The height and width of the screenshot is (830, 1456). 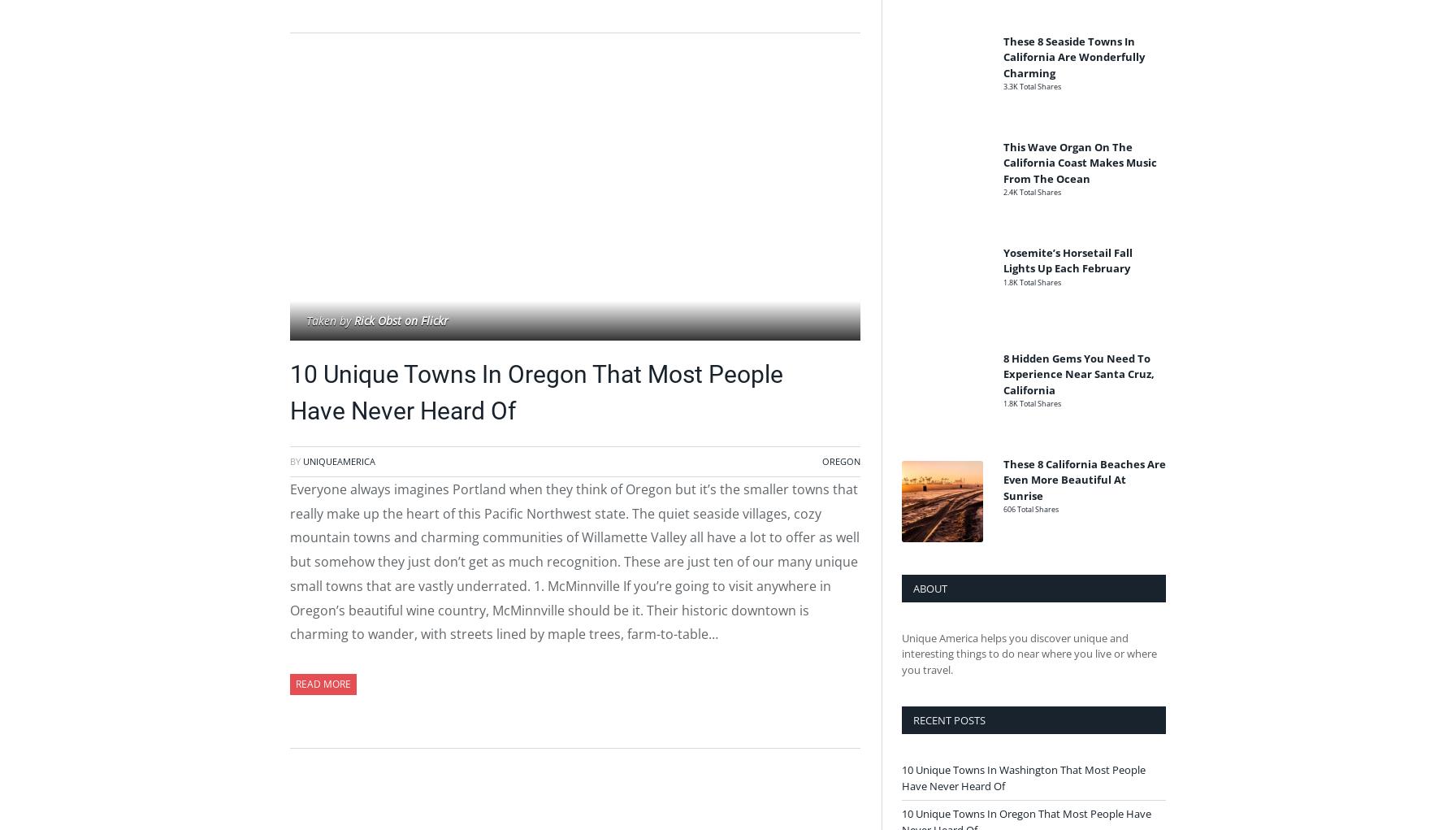 I want to click on 'uniqueamerica', so click(x=339, y=459).